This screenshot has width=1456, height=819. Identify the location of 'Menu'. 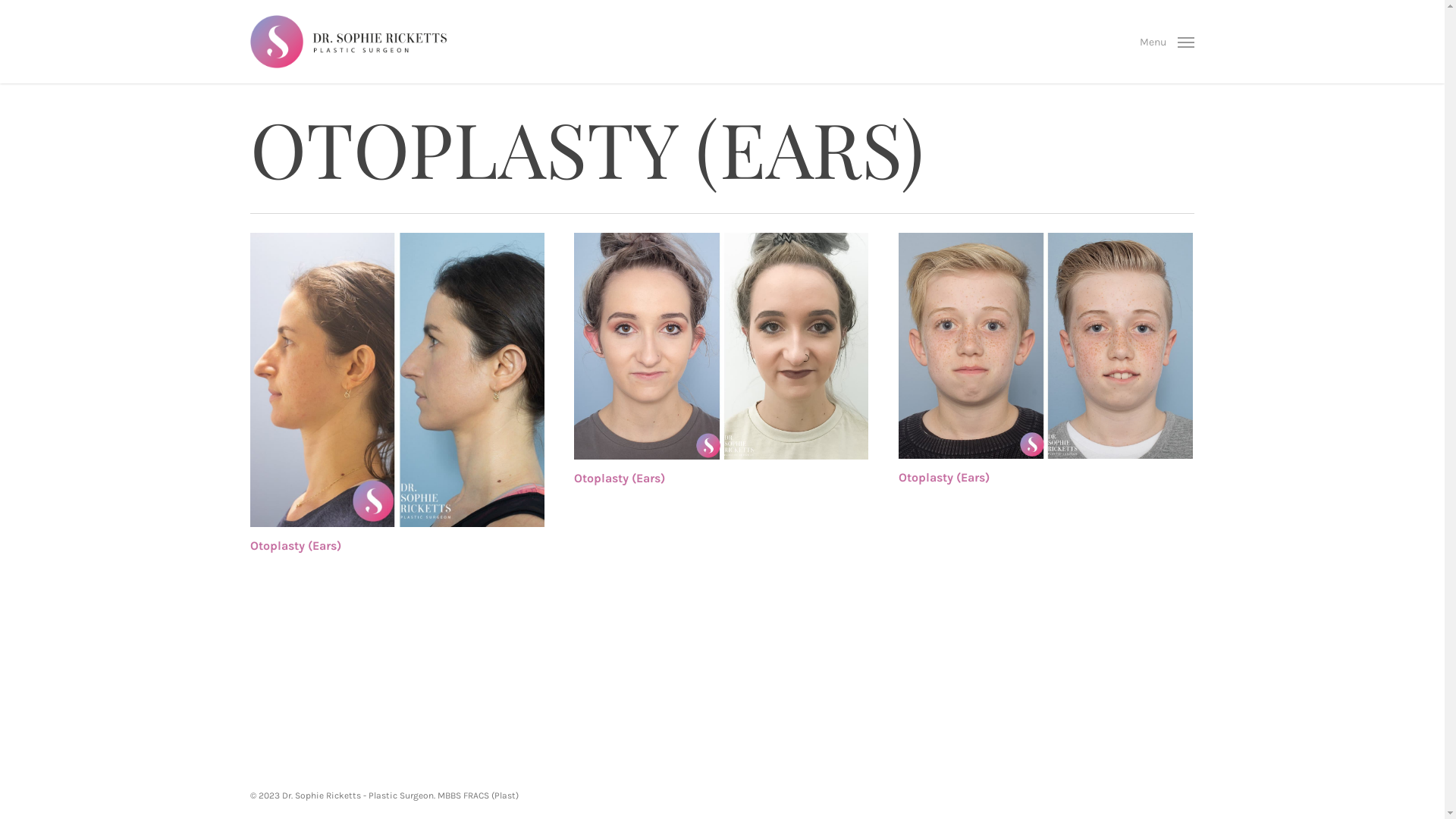
(1166, 40).